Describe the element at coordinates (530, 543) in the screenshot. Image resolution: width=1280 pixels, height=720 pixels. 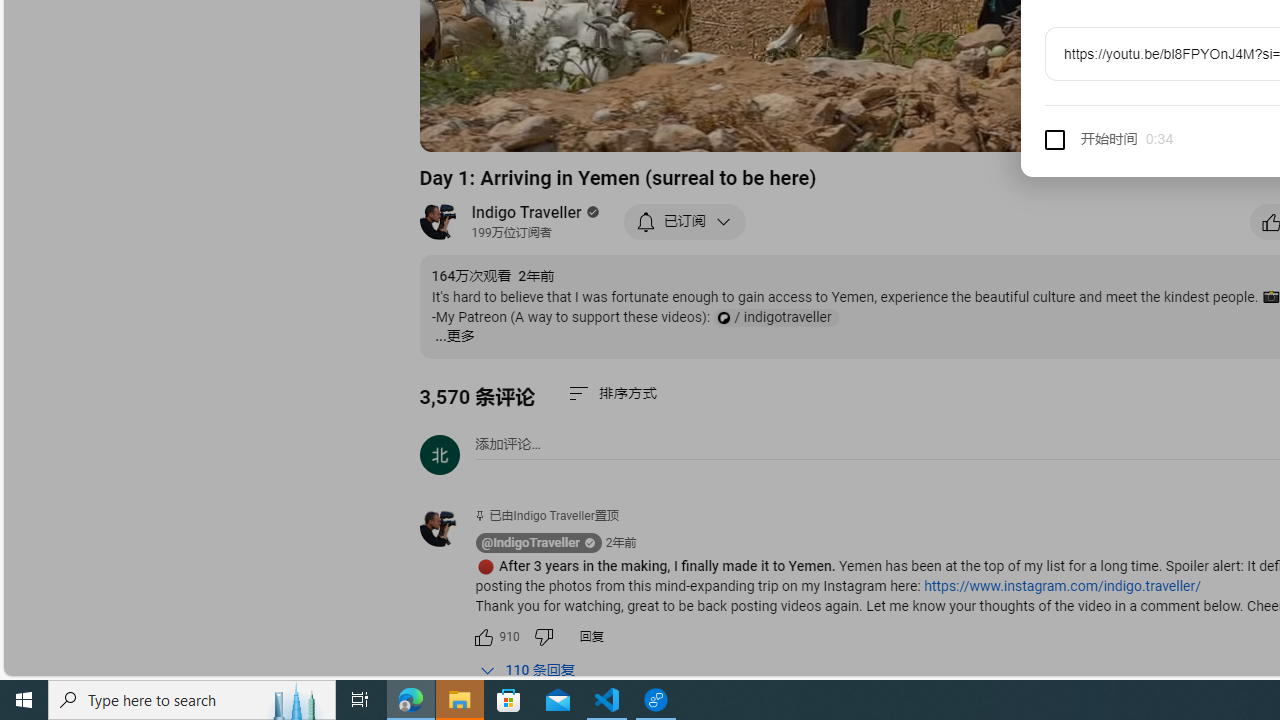
I see `'@IndigoTraveller'` at that location.